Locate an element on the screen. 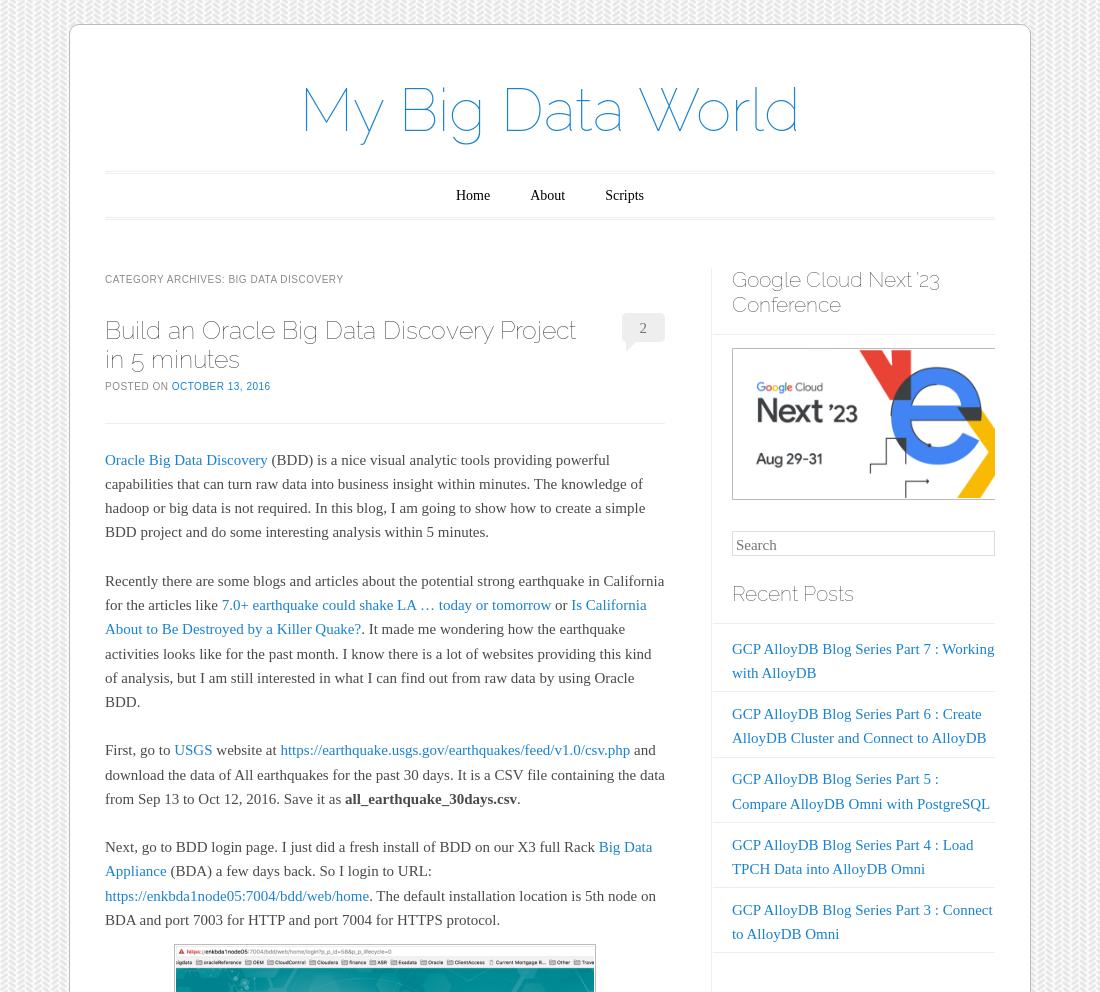 The width and height of the screenshot is (1100, 992). 'Next, go to BDD login page. I just did a fresh install of BDD on our X3 full Rack' is located at coordinates (351, 845).